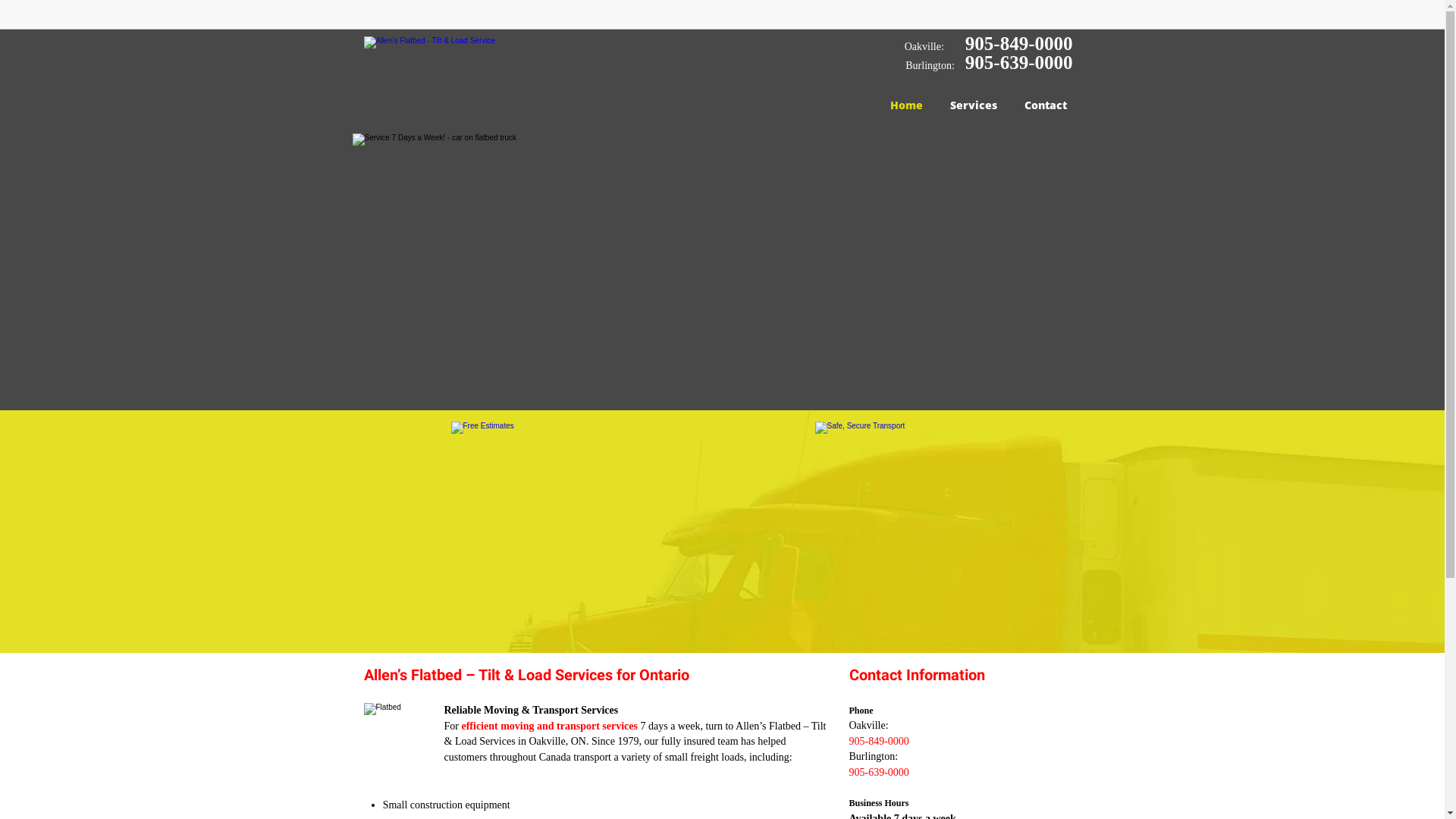 Image resolution: width=1456 pixels, height=819 pixels. I want to click on 'Contact', so click(1009, 104).